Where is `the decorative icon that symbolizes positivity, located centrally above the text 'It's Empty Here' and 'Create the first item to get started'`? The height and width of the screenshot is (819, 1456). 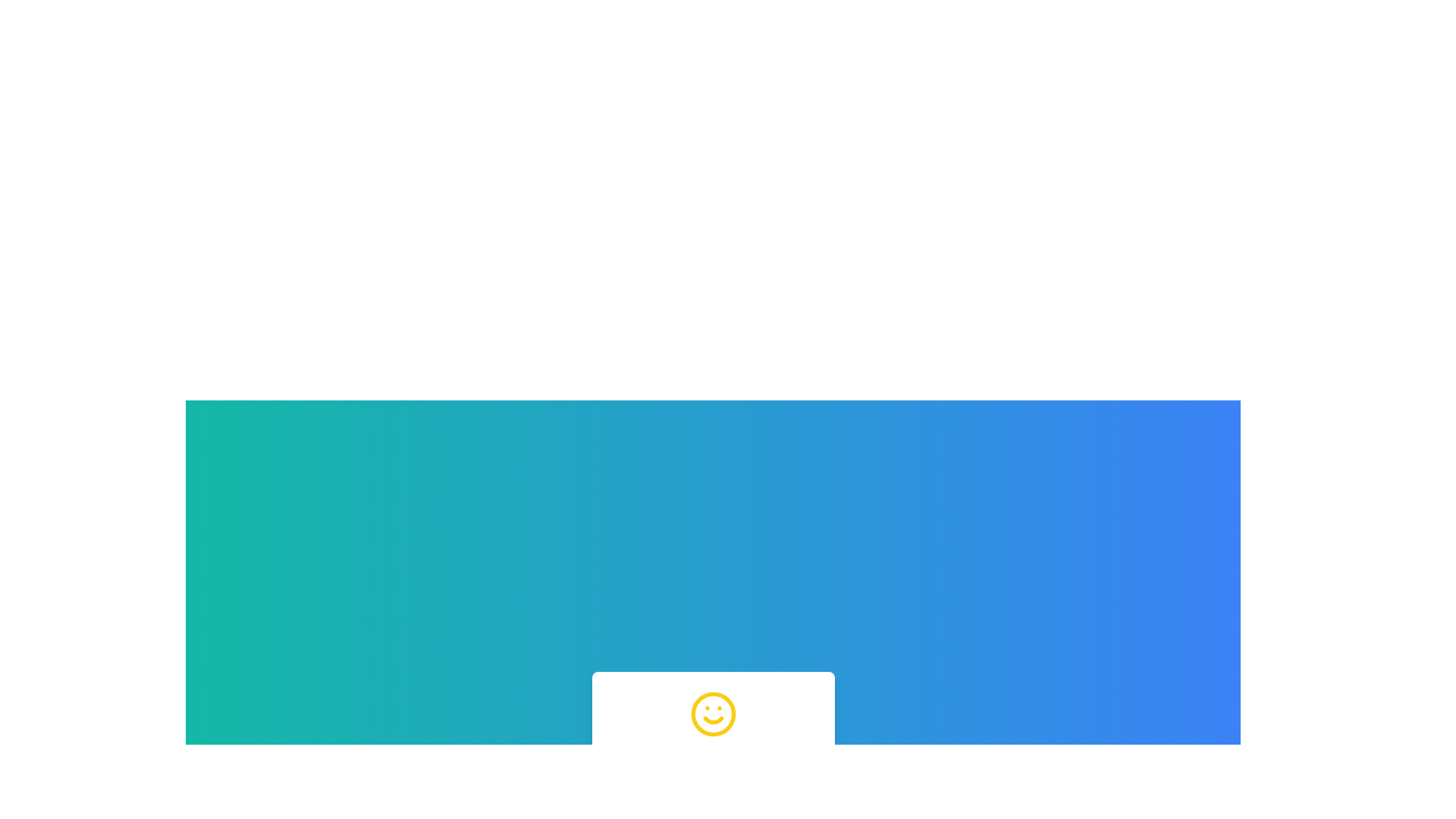 the decorative icon that symbolizes positivity, located centrally above the text 'It's Empty Here' and 'Create the first item to get started' is located at coordinates (712, 714).